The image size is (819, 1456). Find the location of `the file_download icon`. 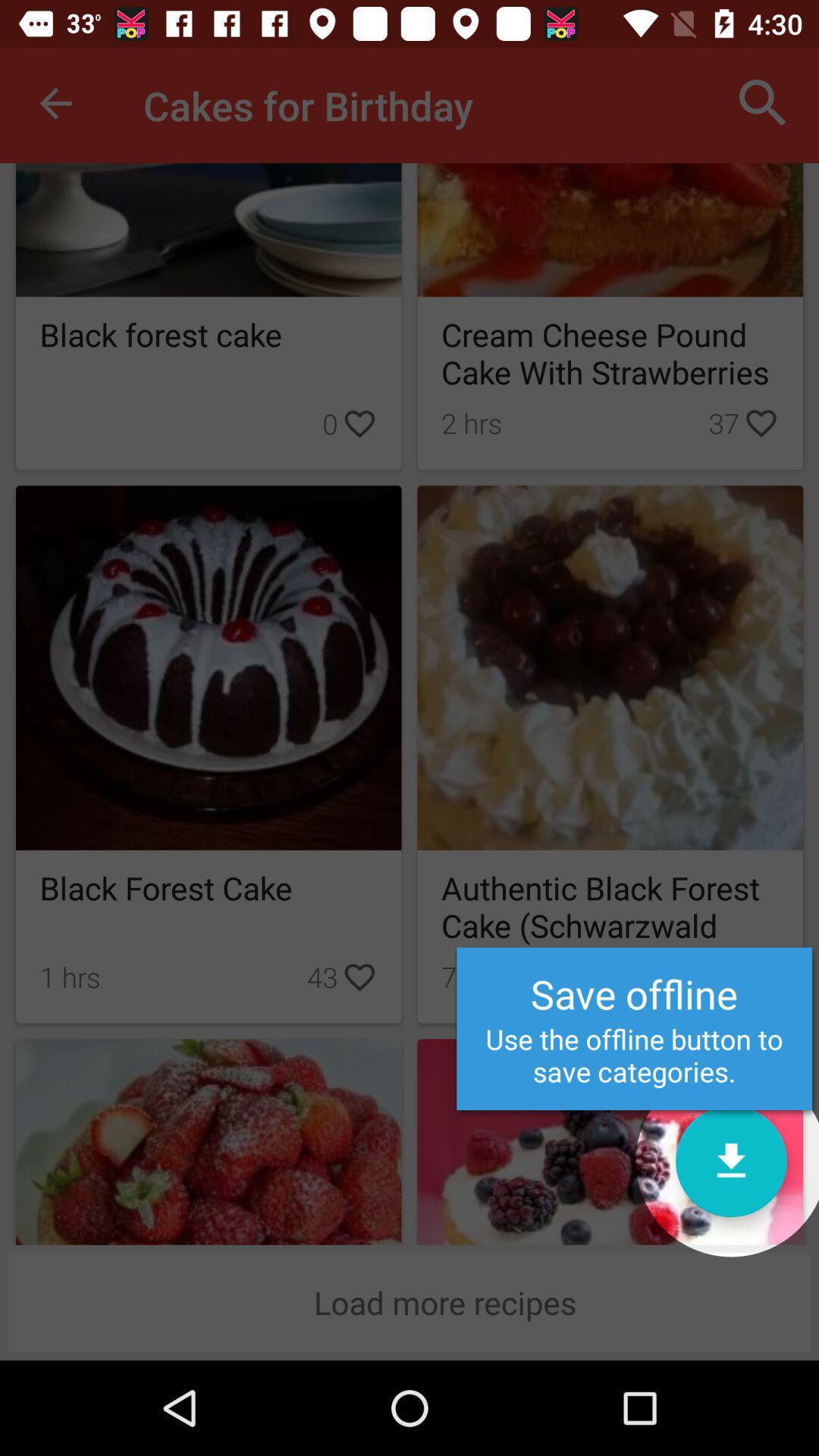

the file_download icon is located at coordinates (730, 1160).